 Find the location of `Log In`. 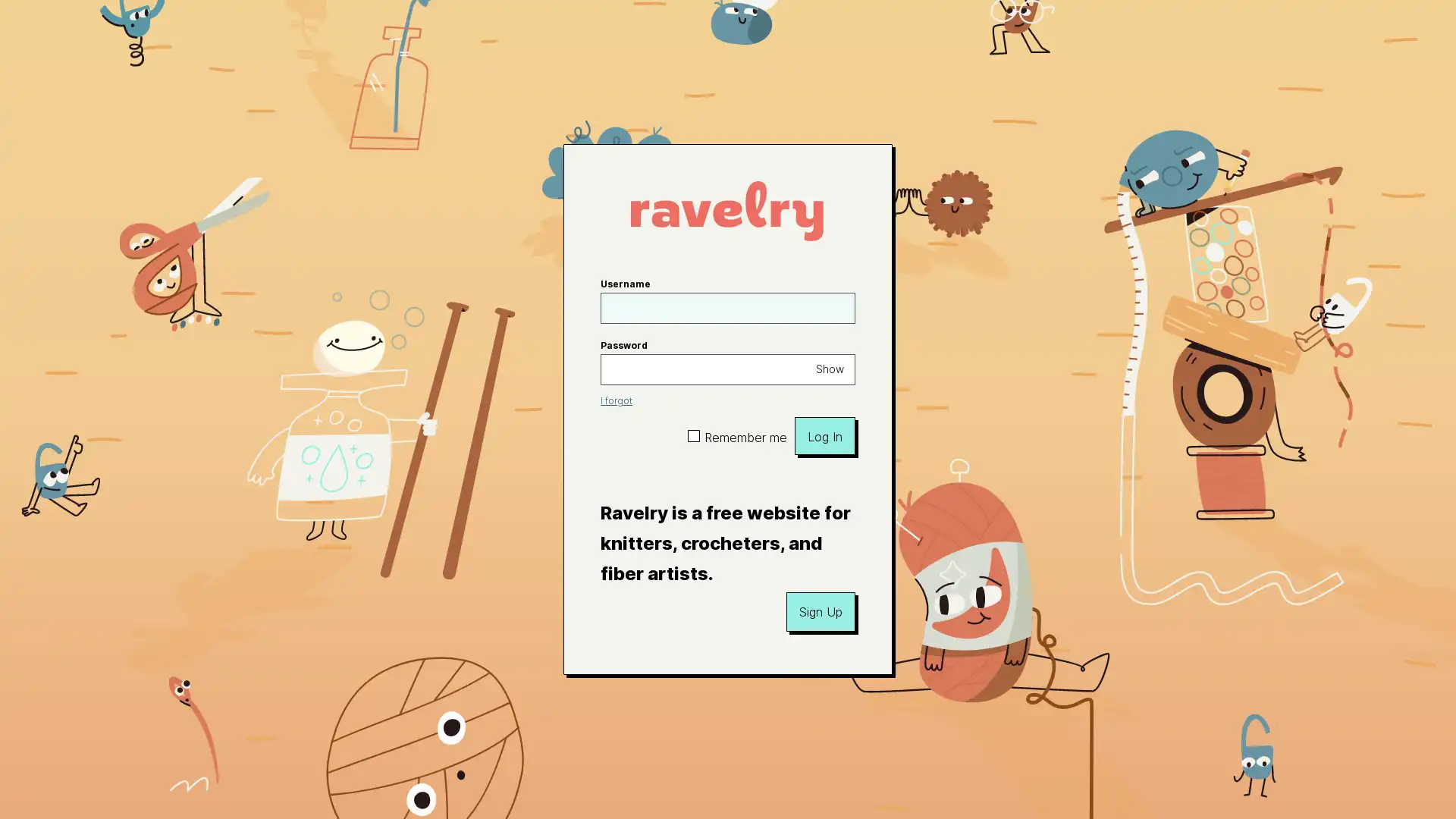

Log In is located at coordinates (824, 435).